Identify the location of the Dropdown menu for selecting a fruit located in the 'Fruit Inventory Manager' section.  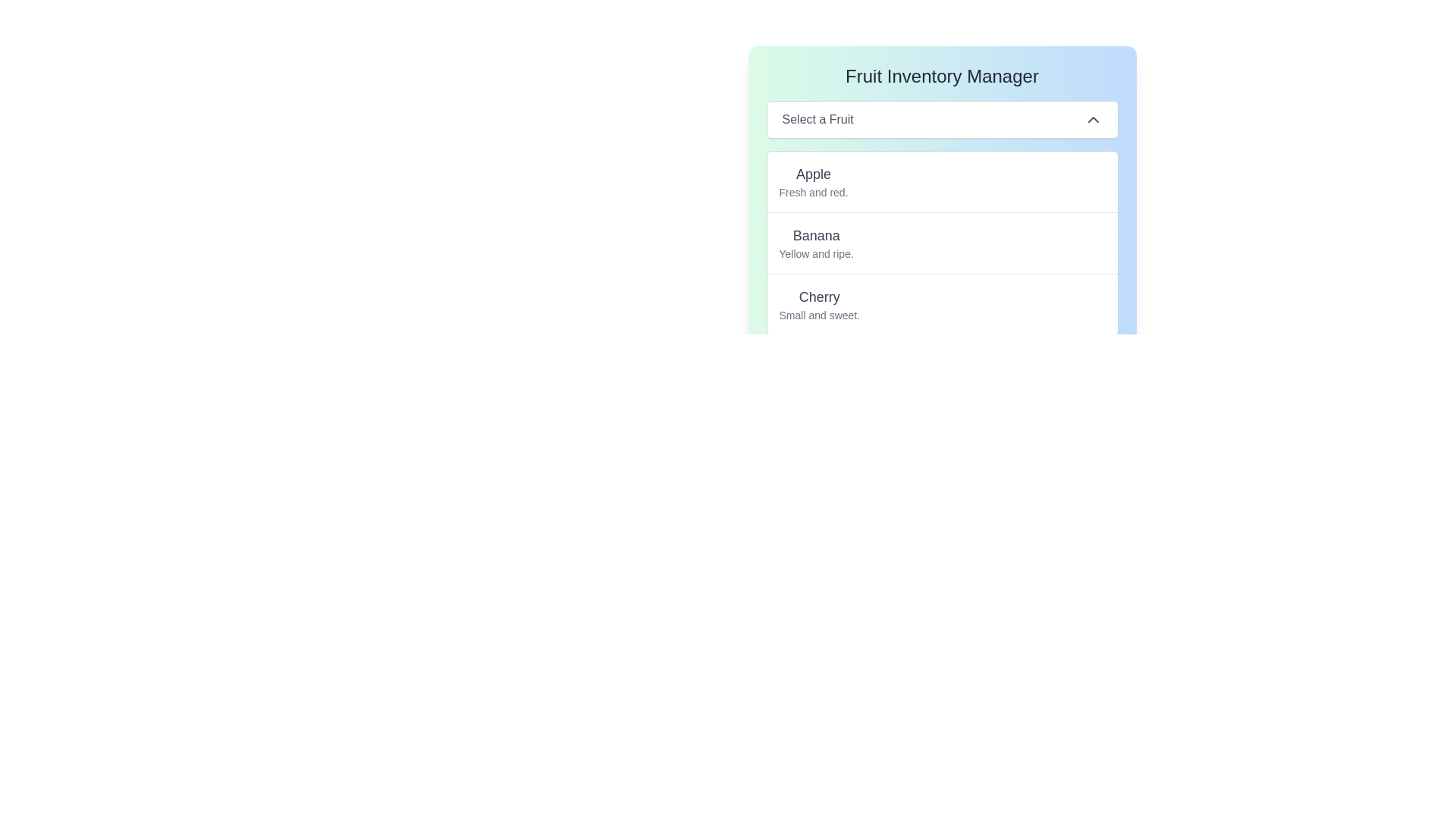
(941, 119).